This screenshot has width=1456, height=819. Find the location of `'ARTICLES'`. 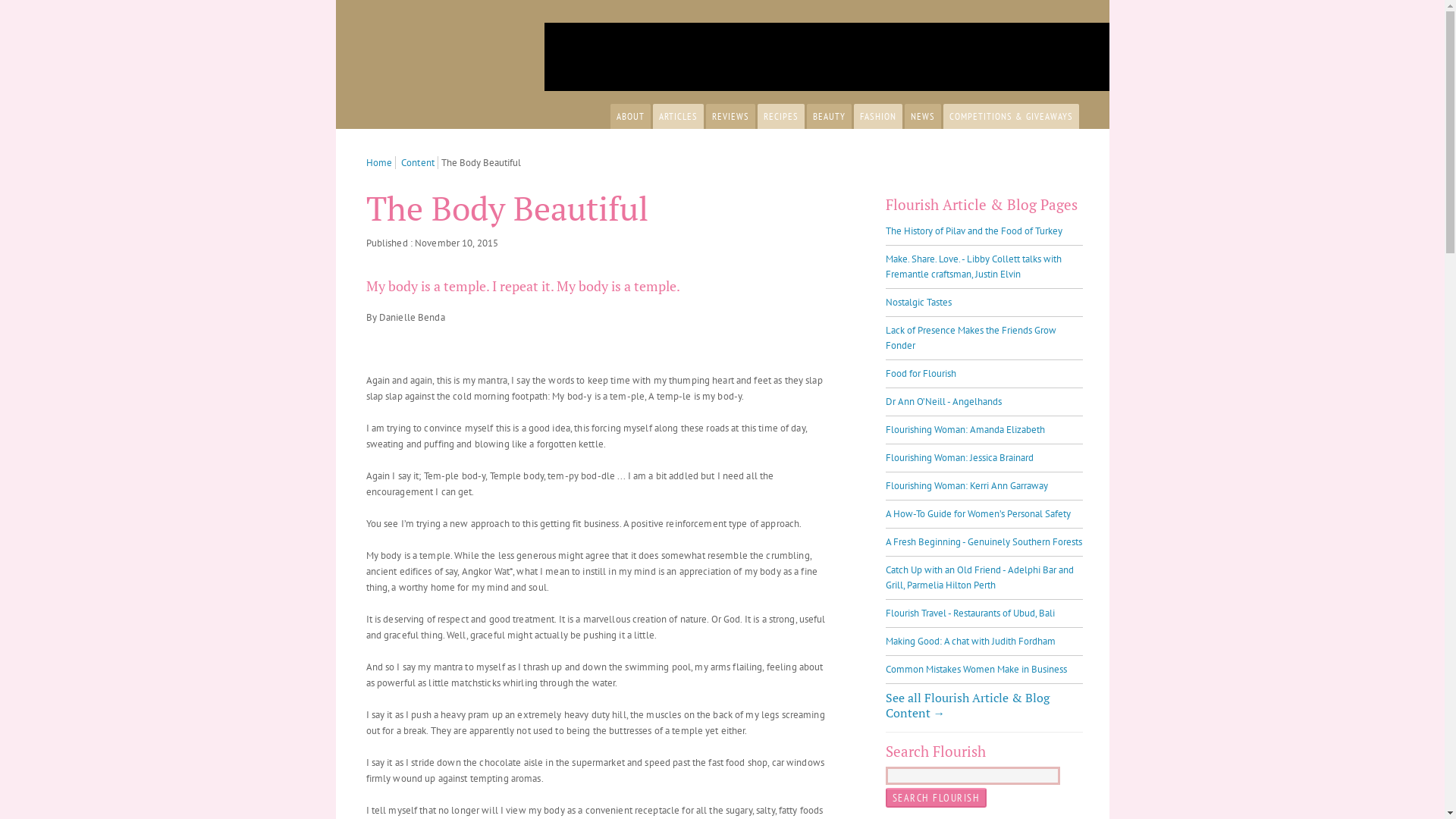

'ARTICLES' is located at coordinates (676, 115).